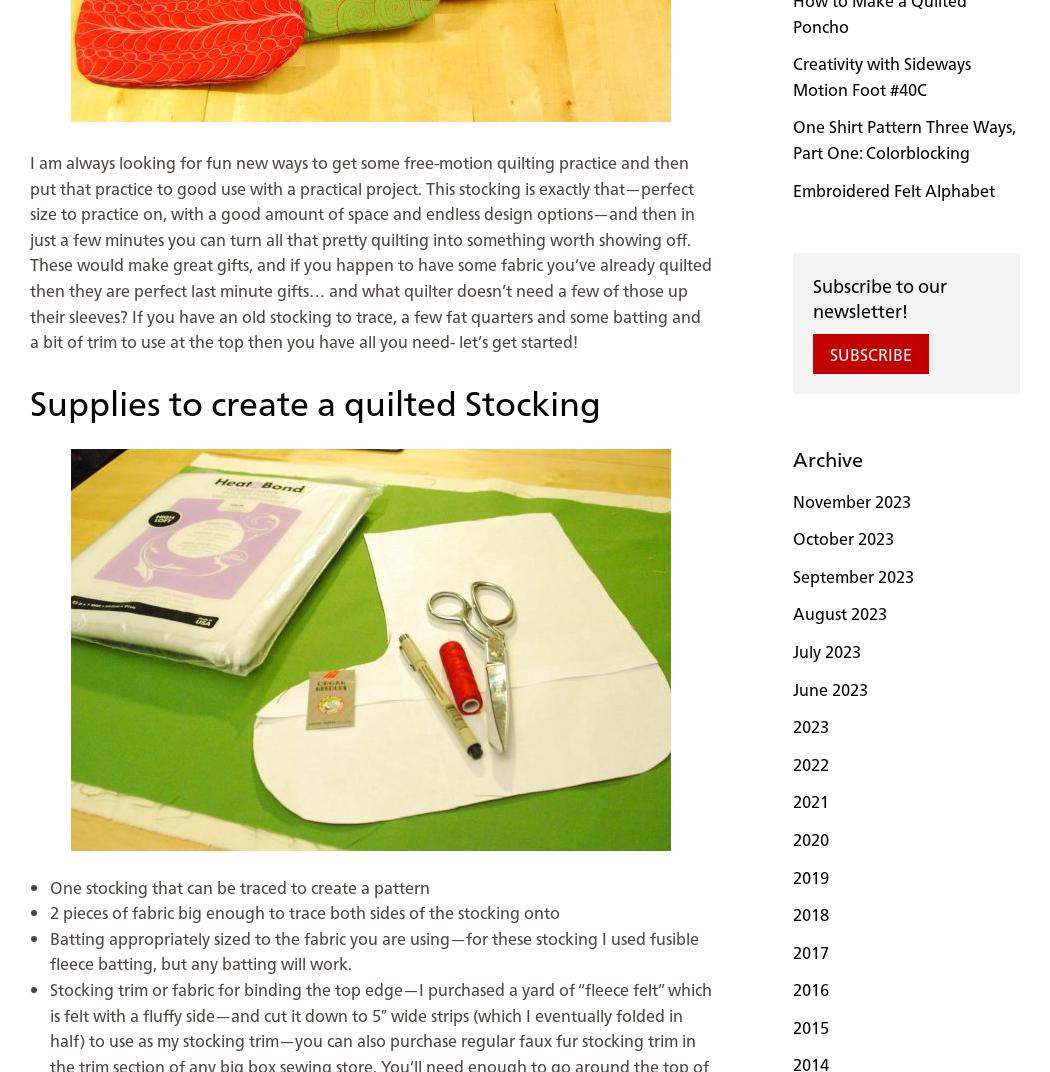 This screenshot has height=1072, width=1050. Describe the element at coordinates (93, 122) in the screenshot. I see `'flygirl'` at that location.